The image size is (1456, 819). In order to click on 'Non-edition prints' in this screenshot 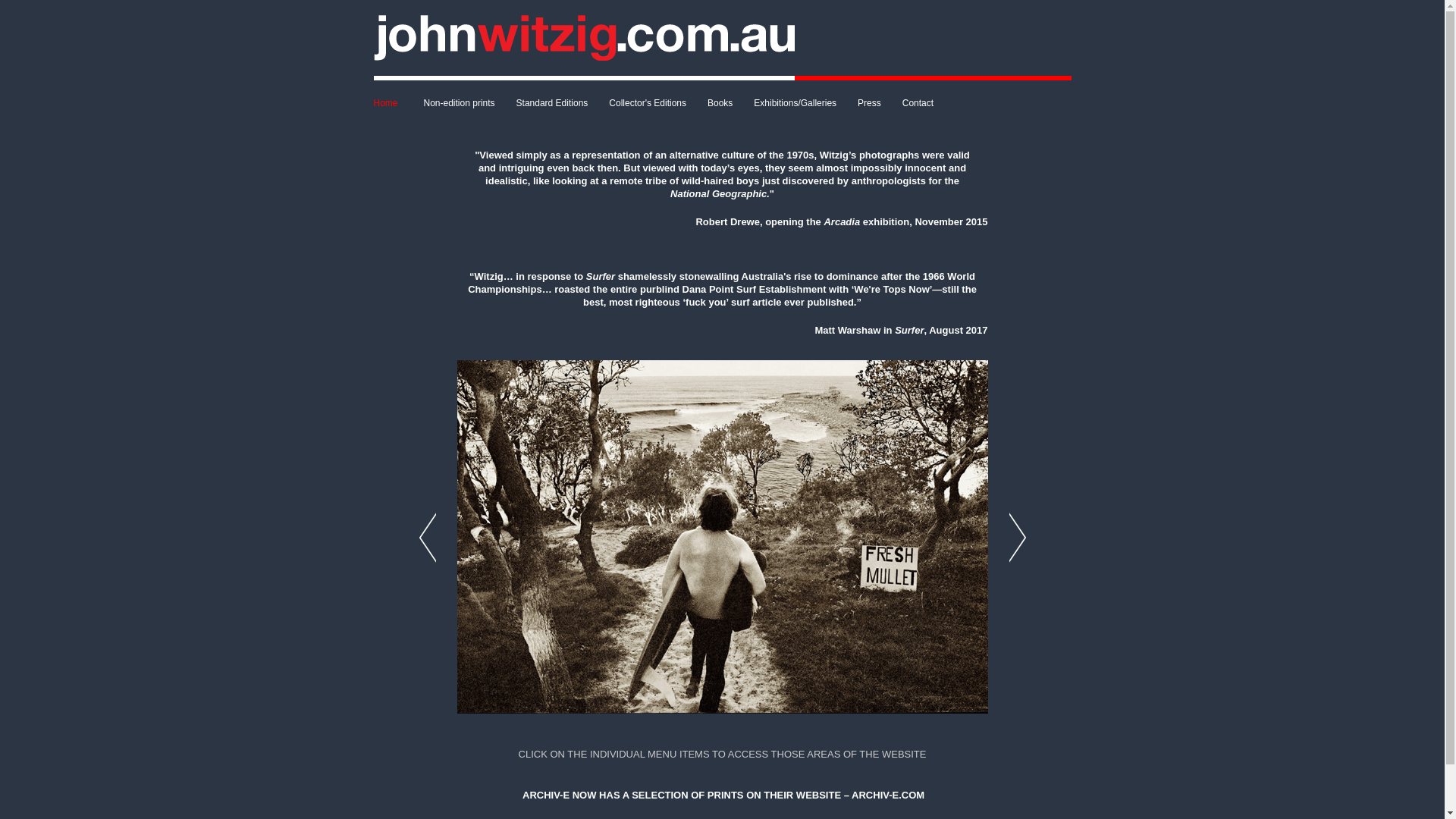, I will do `click(458, 102)`.